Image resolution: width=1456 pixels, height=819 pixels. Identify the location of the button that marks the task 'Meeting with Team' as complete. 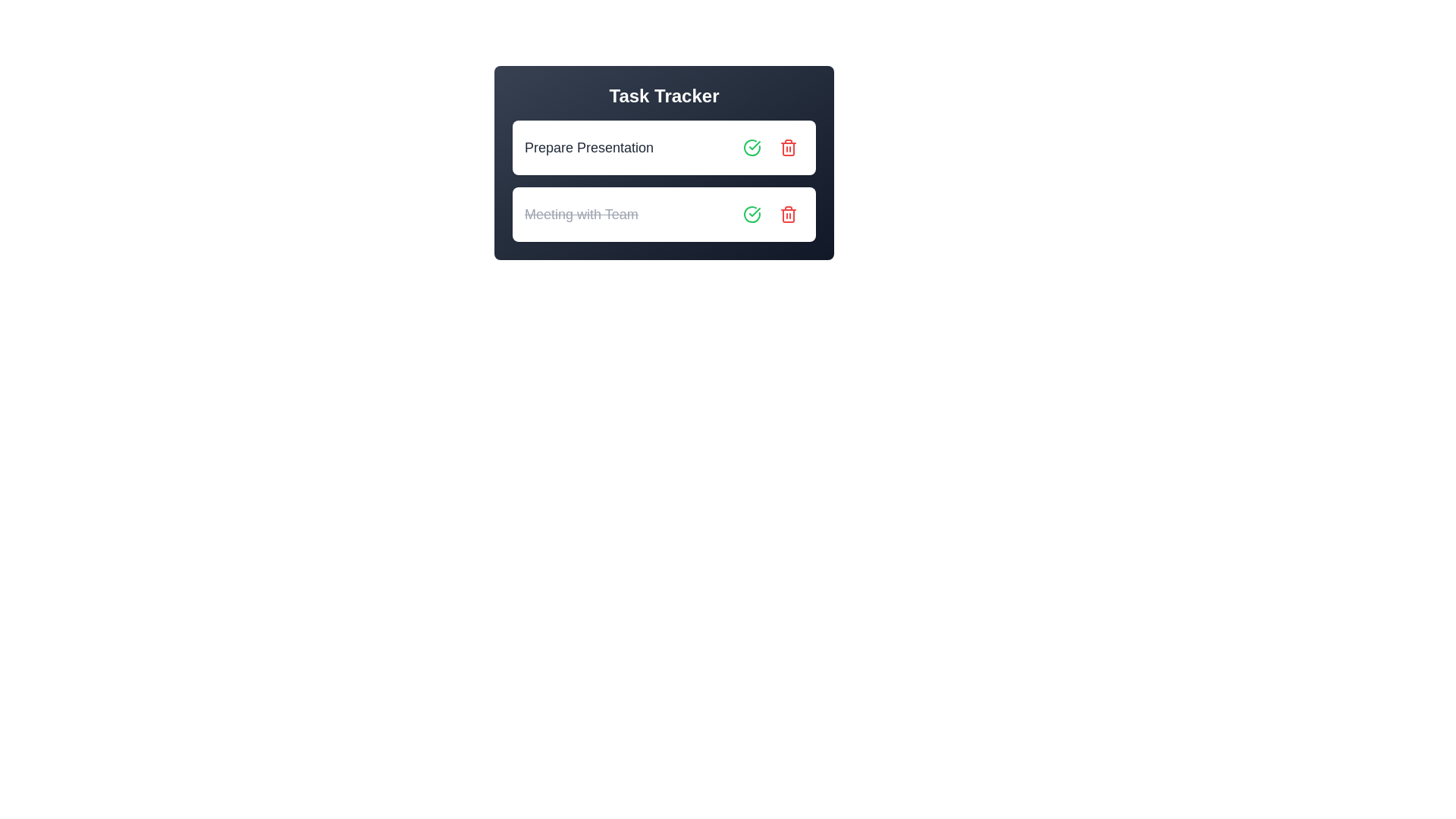
(752, 214).